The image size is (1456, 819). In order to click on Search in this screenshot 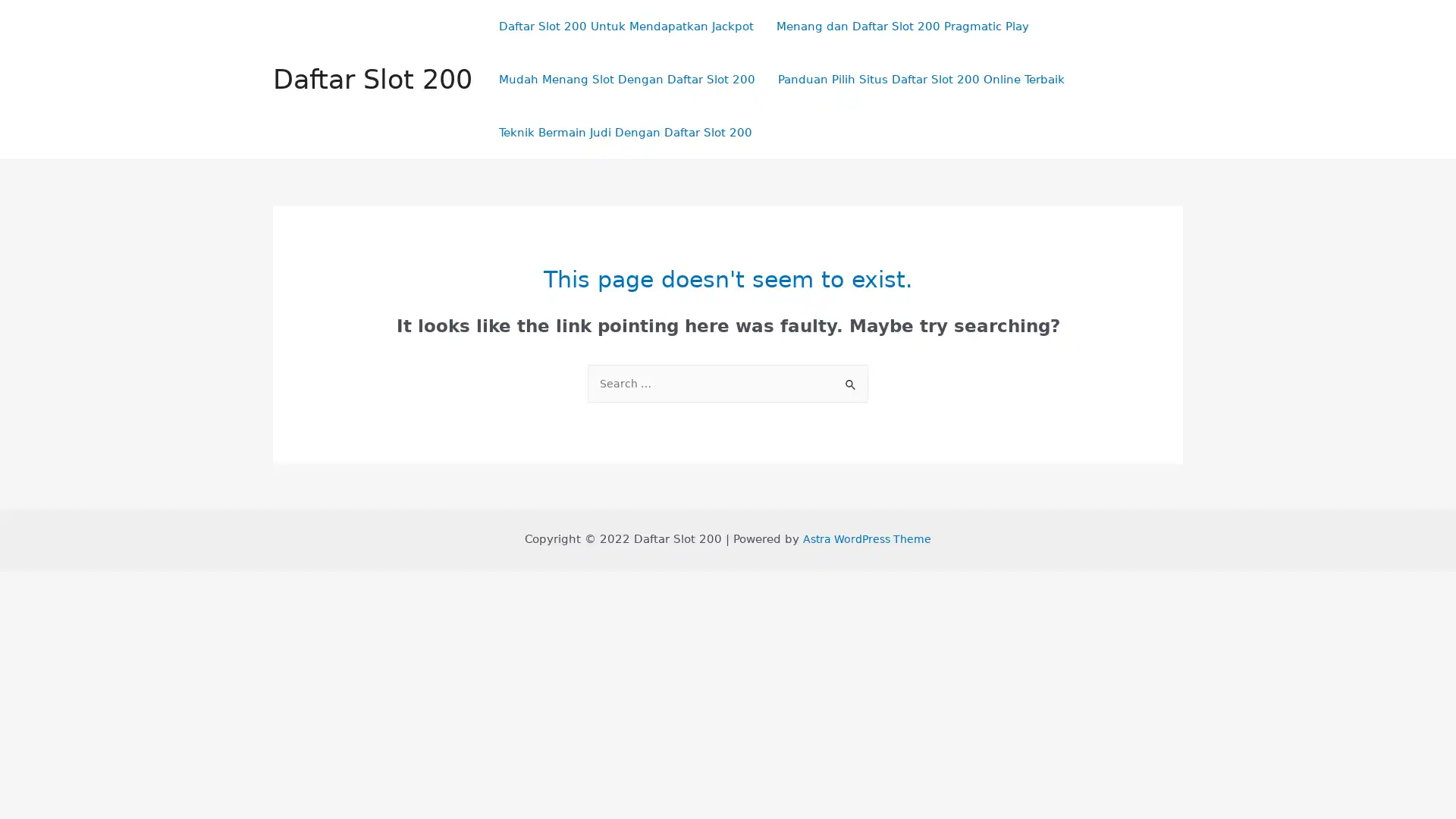, I will do `click(851, 379)`.